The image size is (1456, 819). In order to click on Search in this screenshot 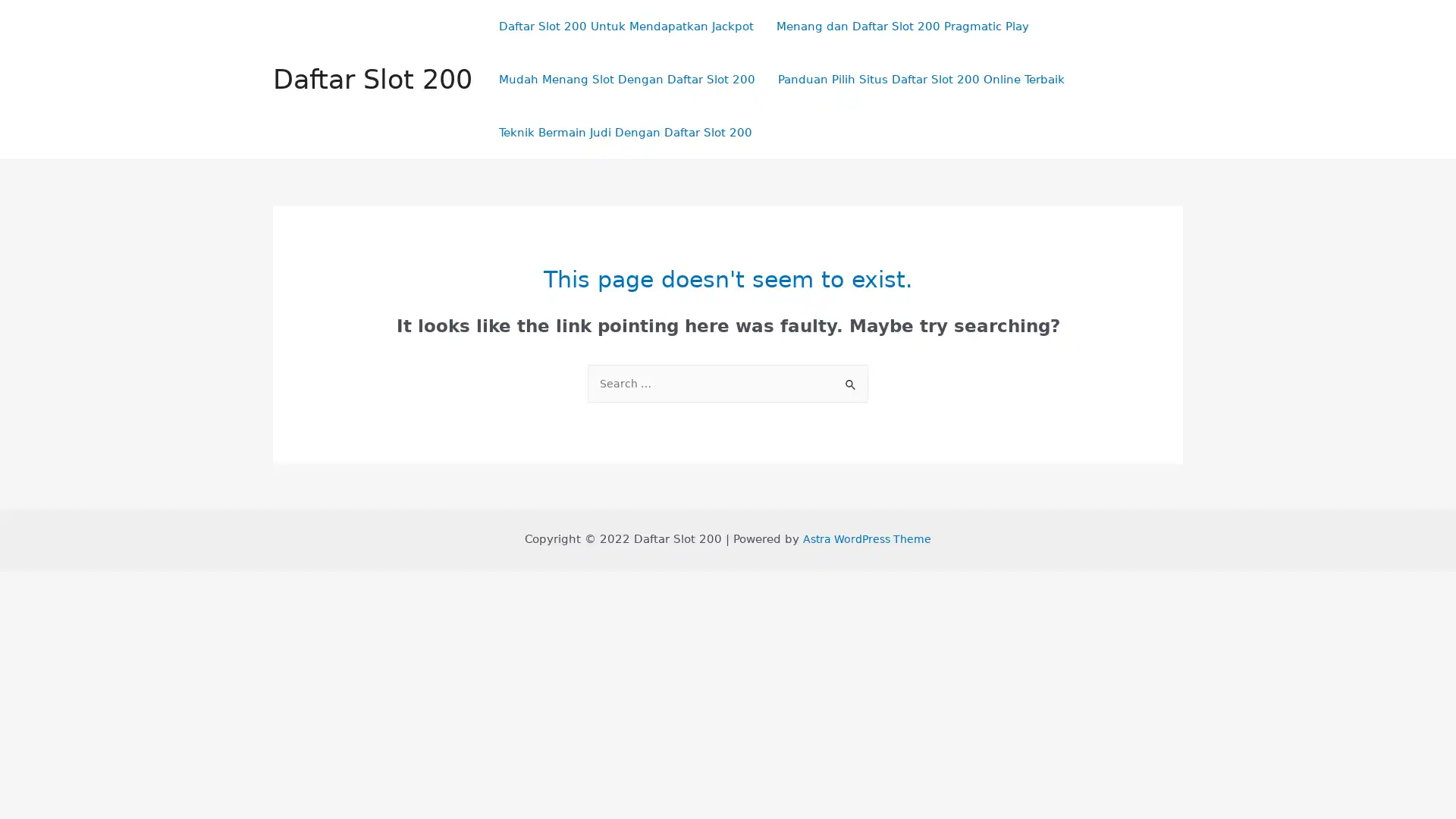, I will do `click(851, 379)`.